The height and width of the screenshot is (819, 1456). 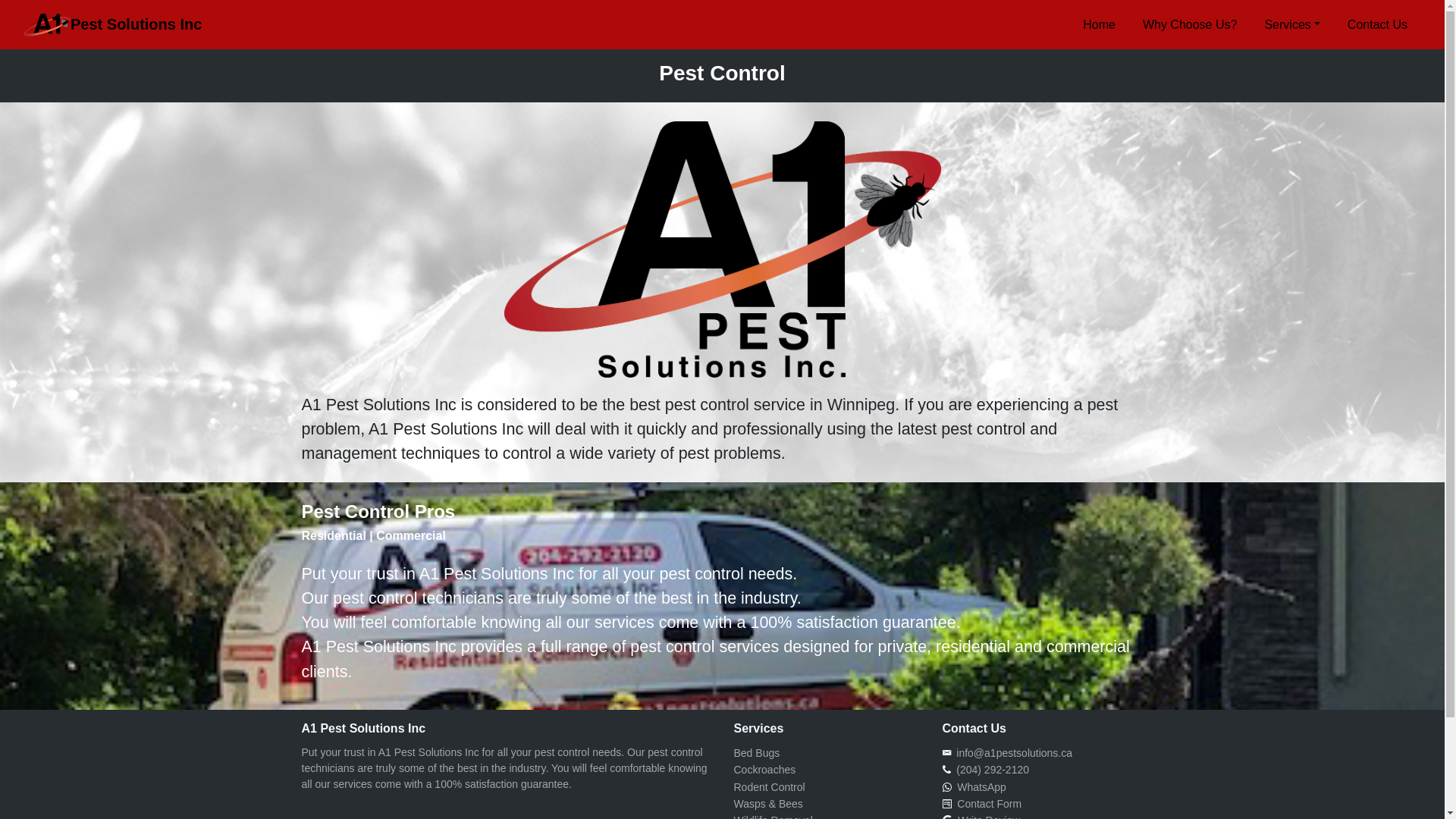 What do you see at coordinates (1189, 24) in the screenshot?
I see `'Why Choose Us?'` at bounding box center [1189, 24].